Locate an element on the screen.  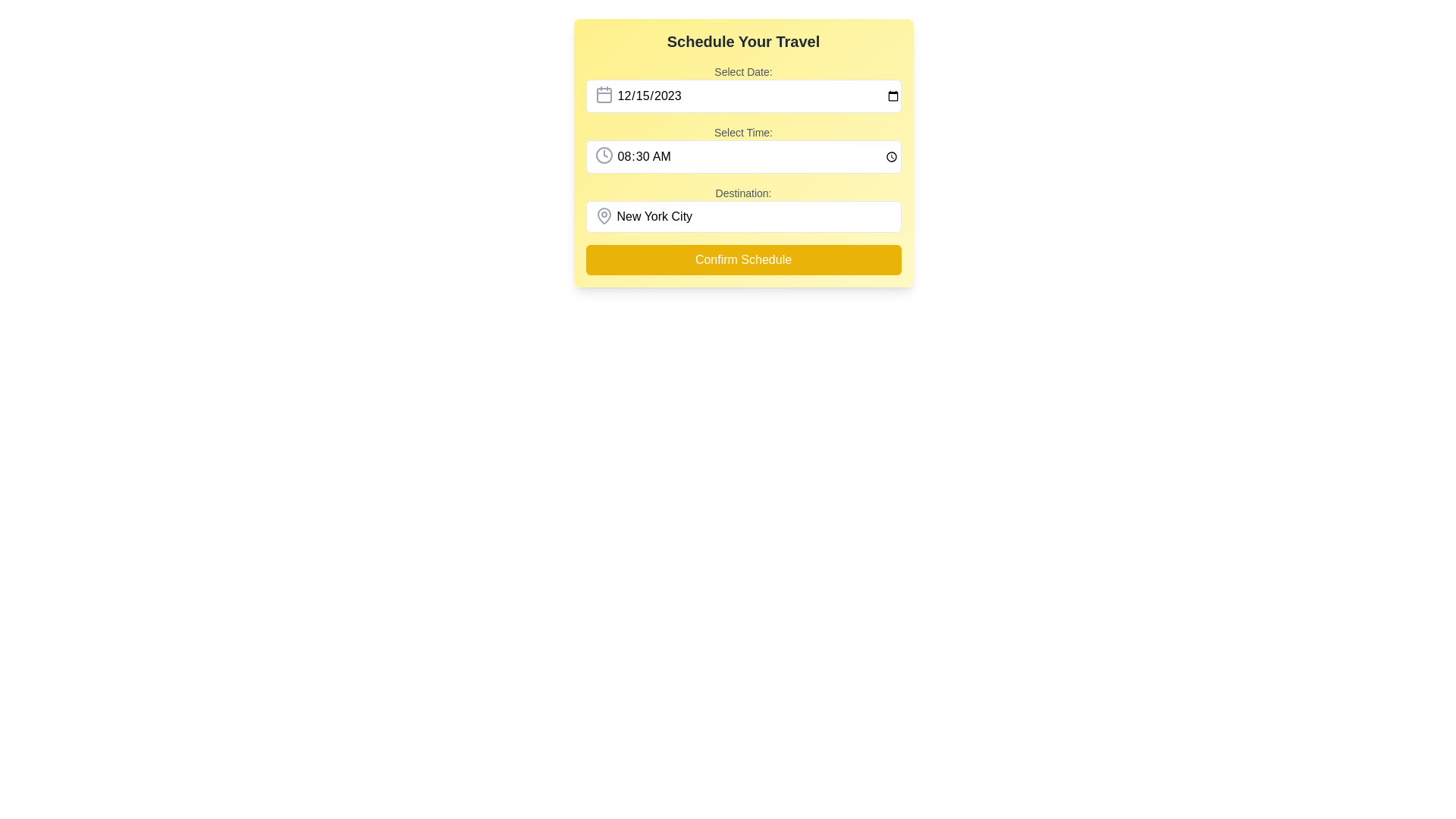
the calendar icon, which is a rectangular shape with rounded corners located to the left of the 'Select Date' text field is located at coordinates (603, 96).